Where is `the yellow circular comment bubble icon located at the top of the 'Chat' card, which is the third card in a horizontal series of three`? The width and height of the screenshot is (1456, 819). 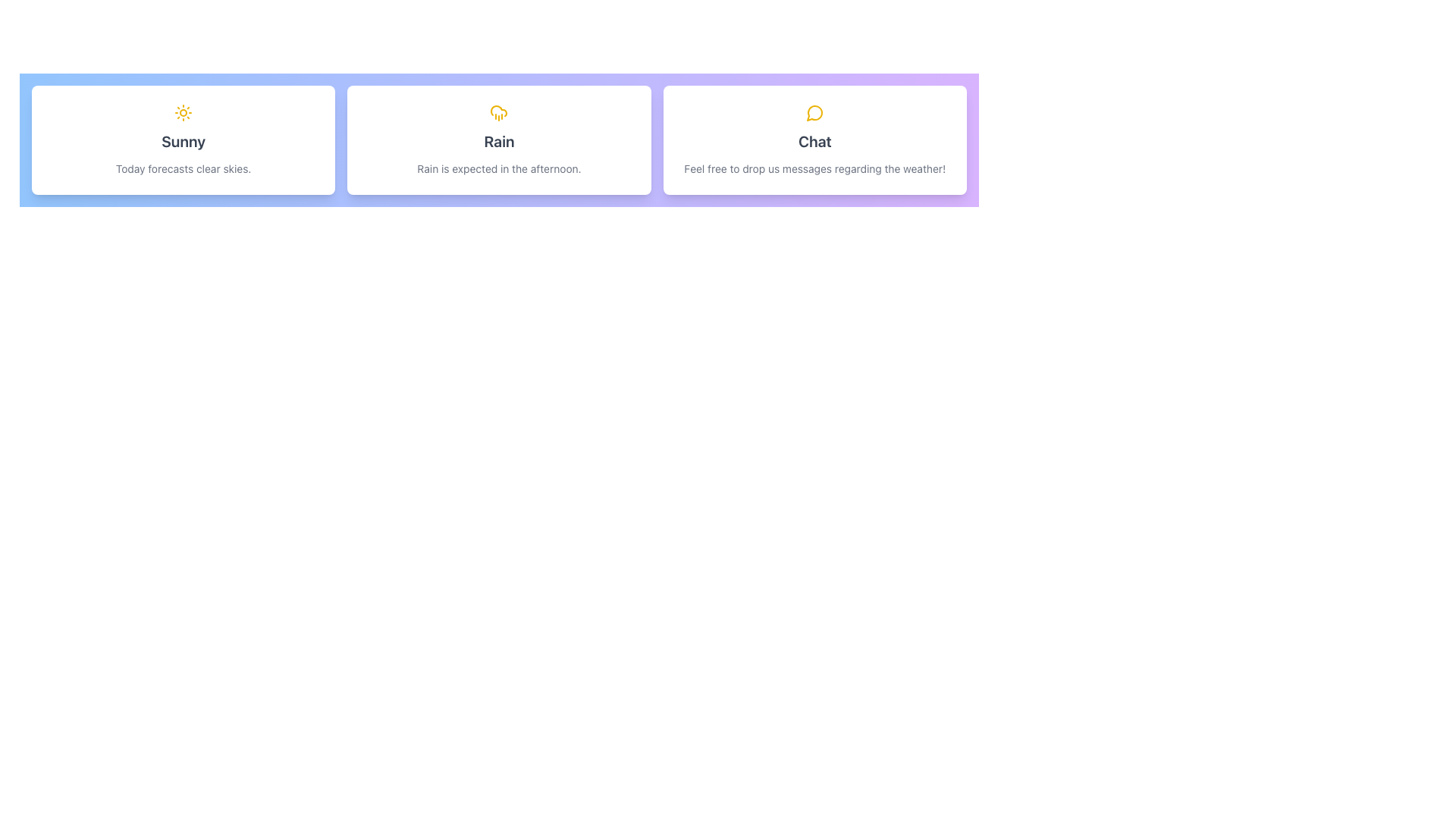
the yellow circular comment bubble icon located at the top of the 'Chat' card, which is the third card in a horizontal series of three is located at coordinates (814, 112).